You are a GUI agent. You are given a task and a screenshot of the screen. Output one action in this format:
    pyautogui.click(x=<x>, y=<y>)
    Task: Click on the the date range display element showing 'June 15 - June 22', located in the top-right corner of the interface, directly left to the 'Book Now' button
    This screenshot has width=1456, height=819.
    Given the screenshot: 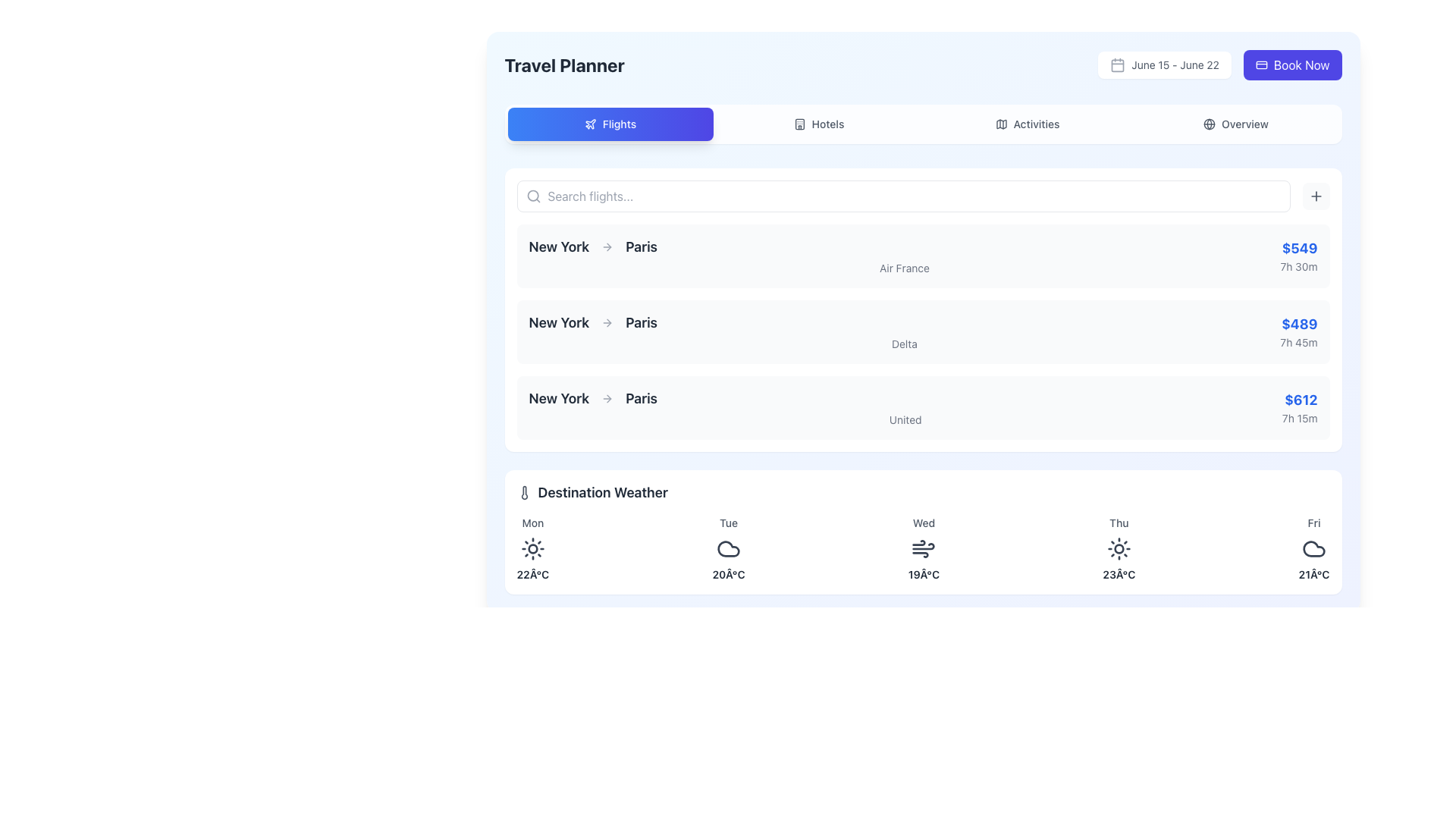 What is the action you would take?
    pyautogui.click(x=1219, y=64)
    